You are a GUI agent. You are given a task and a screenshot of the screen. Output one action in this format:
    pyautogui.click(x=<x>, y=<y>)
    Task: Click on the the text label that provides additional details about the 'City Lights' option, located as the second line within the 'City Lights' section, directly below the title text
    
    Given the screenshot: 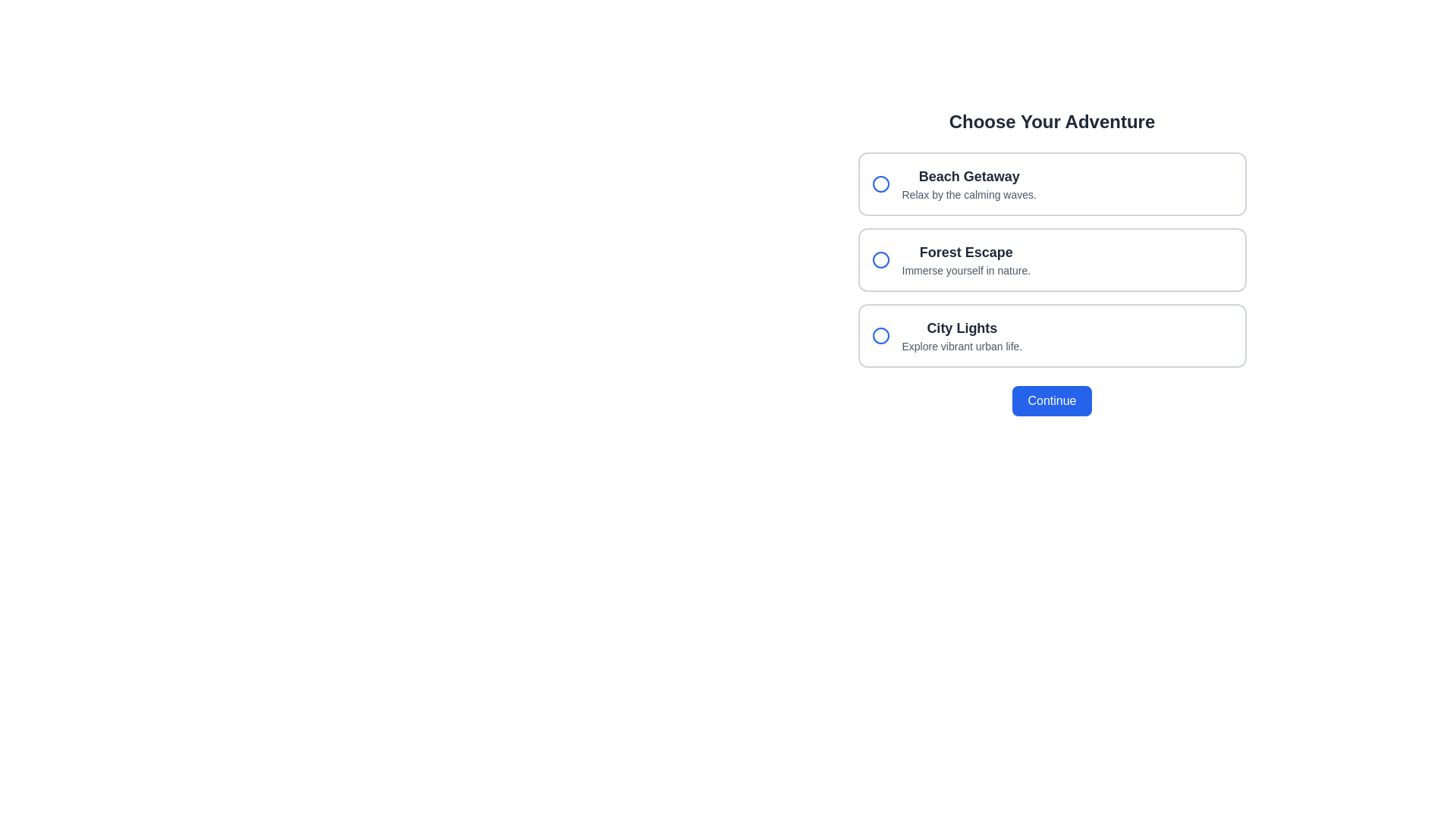 What is the action you would take?
    pyautogui.click(x=961, y=346)
    